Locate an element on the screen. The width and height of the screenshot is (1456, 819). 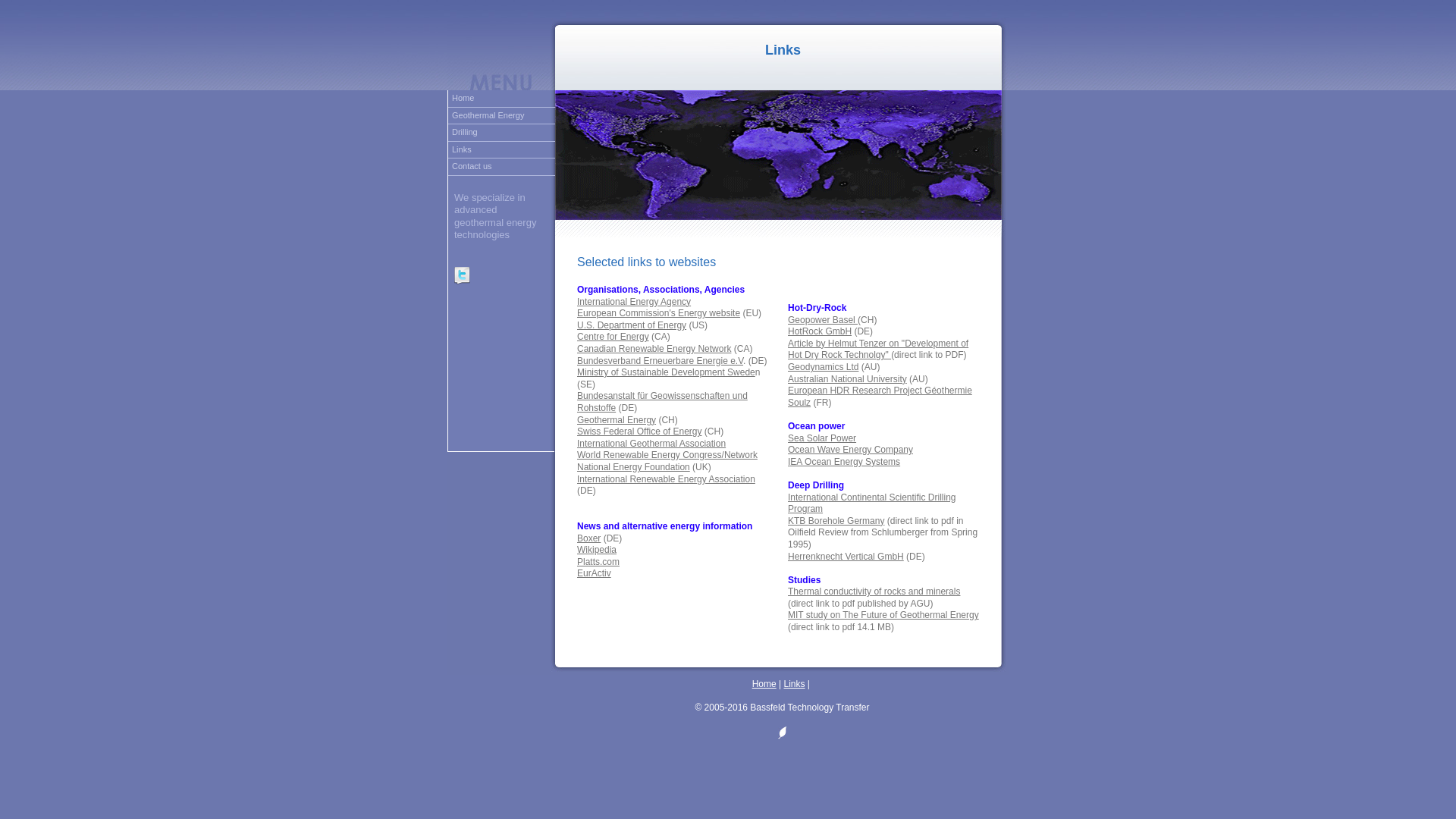
'Centre for Energy' is located at coordinates (576, 335).